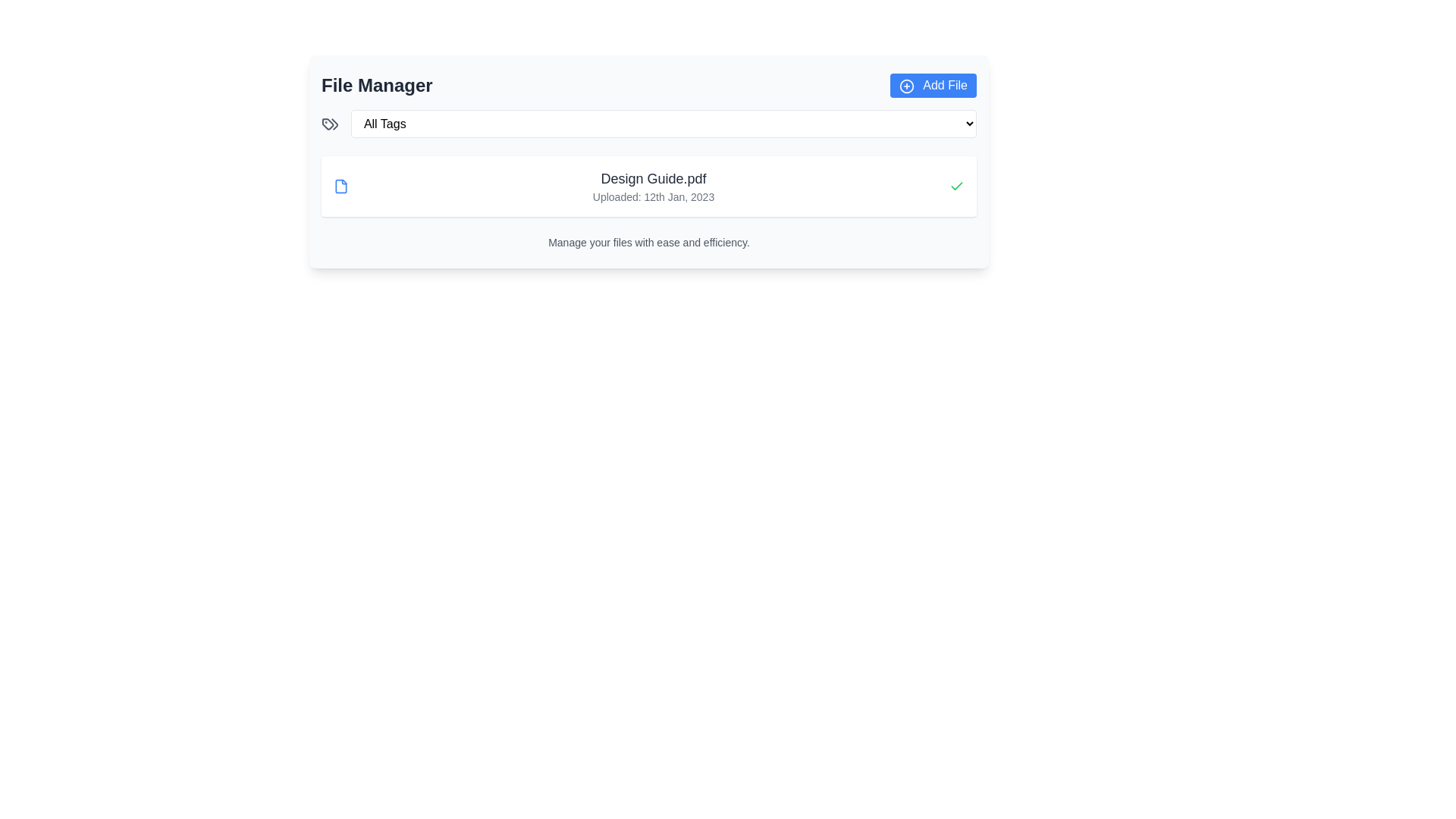  Describe the element at coordinates (654, 177) in the screenshot. I see `the static text label displaying the name of a file in the file manager, located below the 'File Manager' header` at that location.